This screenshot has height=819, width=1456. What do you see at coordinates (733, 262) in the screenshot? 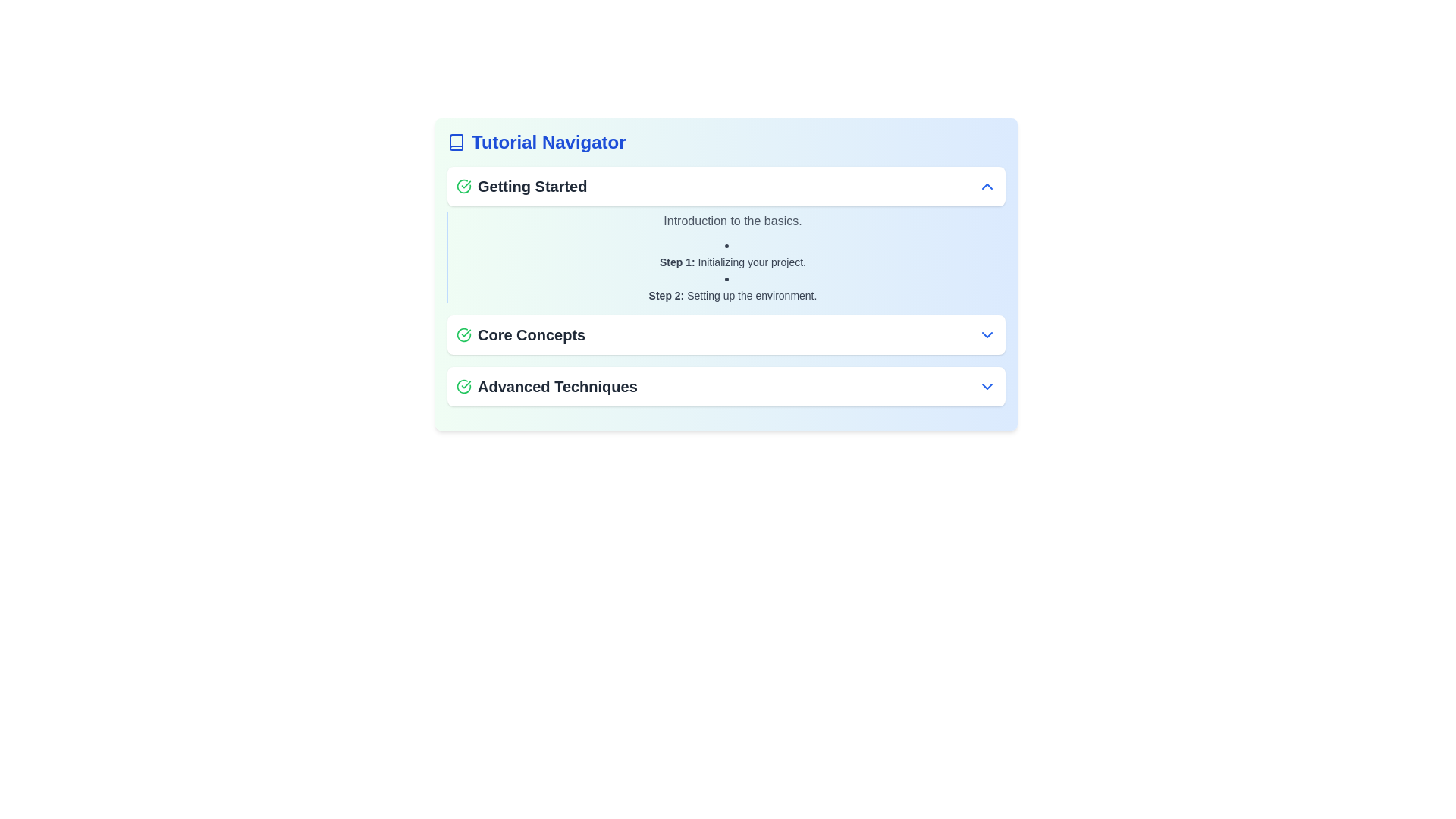
I see `the text label displaying 'Step 1: Initializing your project.' which is part of the 'Getting Started' section in the 'Tutorial Navigator' interface` at bounding box center [733, 262].